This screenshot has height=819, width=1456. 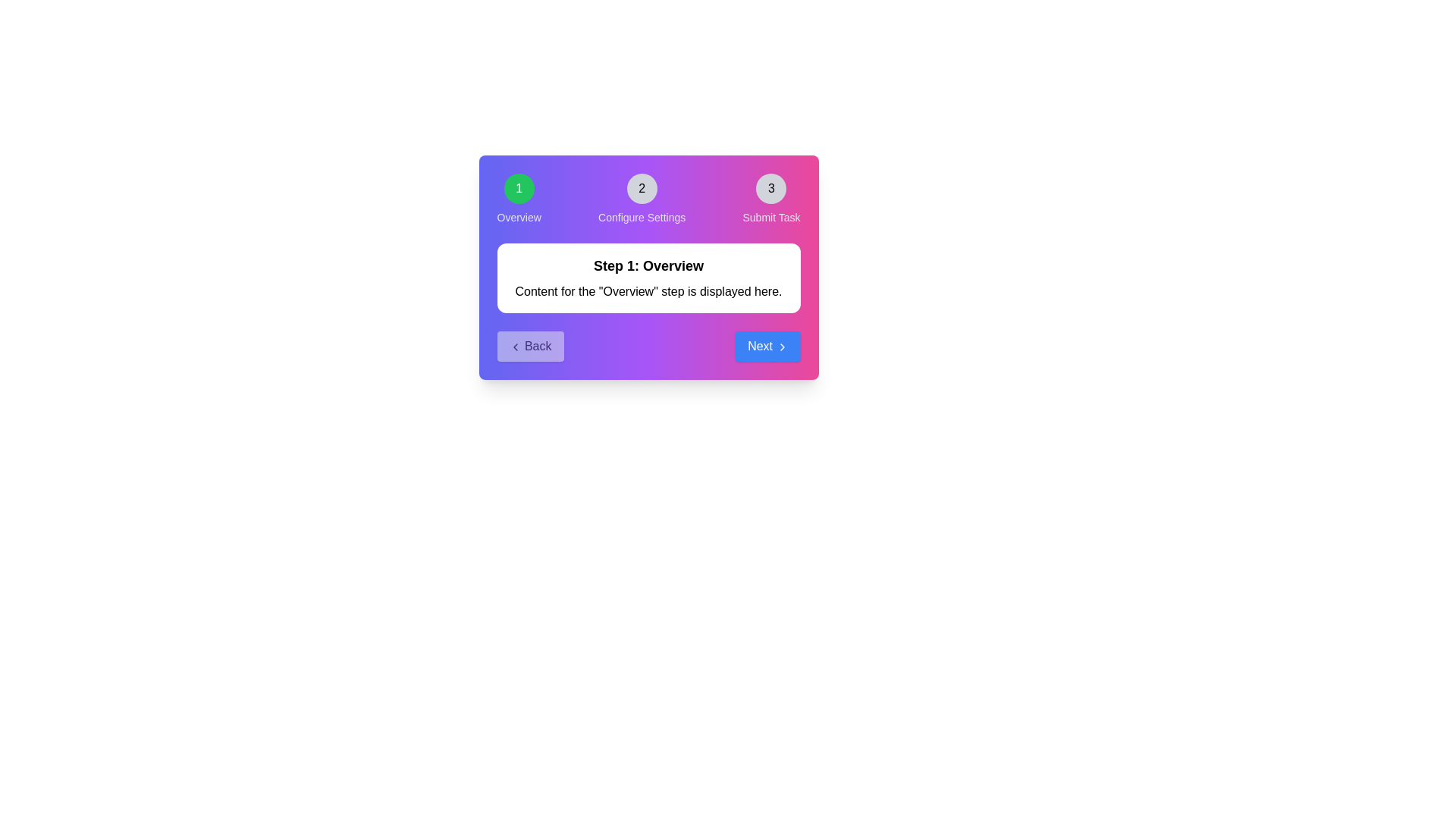 I want to click on the Next button to navigate the stepper, so click(x=767, y=346).